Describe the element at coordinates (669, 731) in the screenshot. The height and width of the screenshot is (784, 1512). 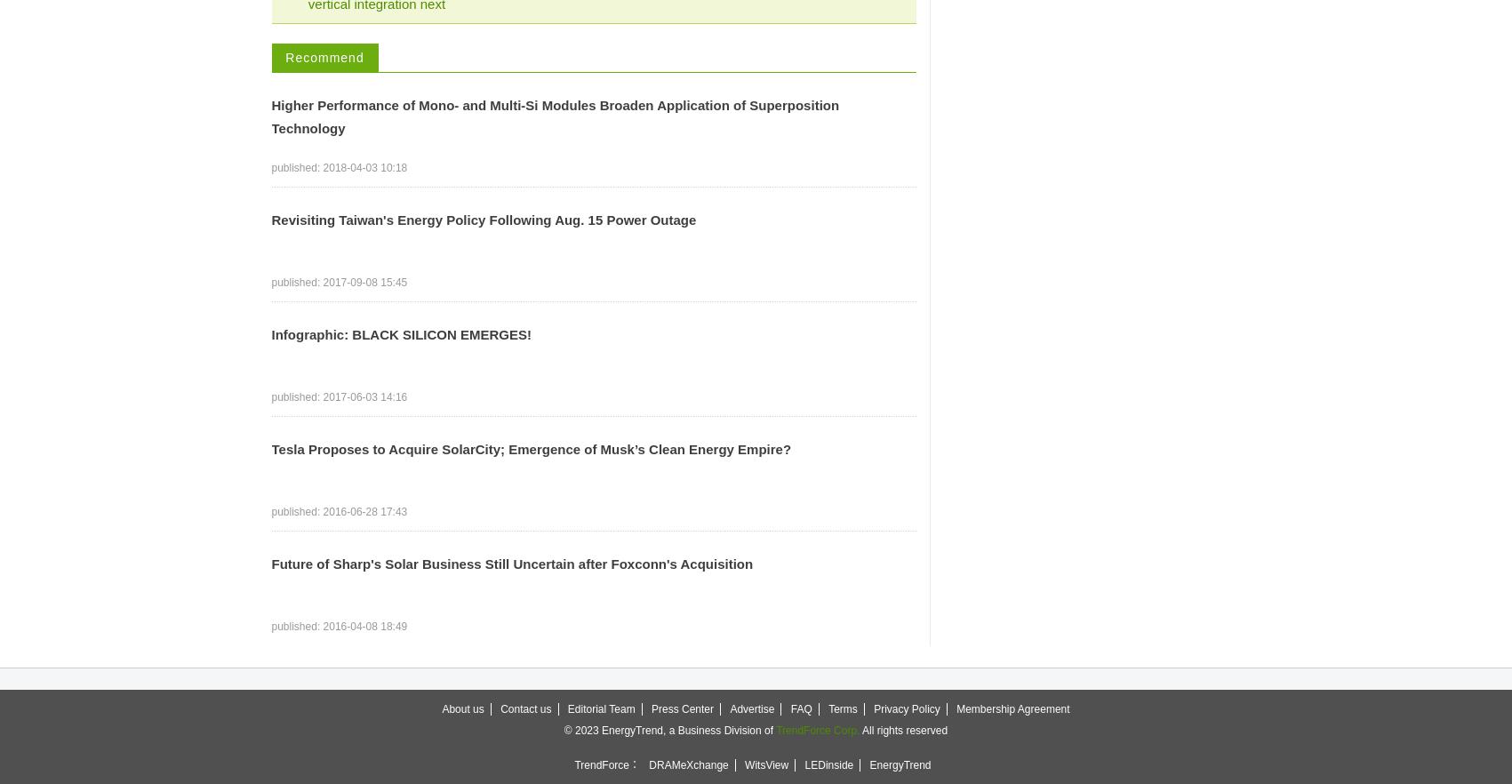
I see `'© 2023 EnergyTrend, a Business Division of'` at that location.